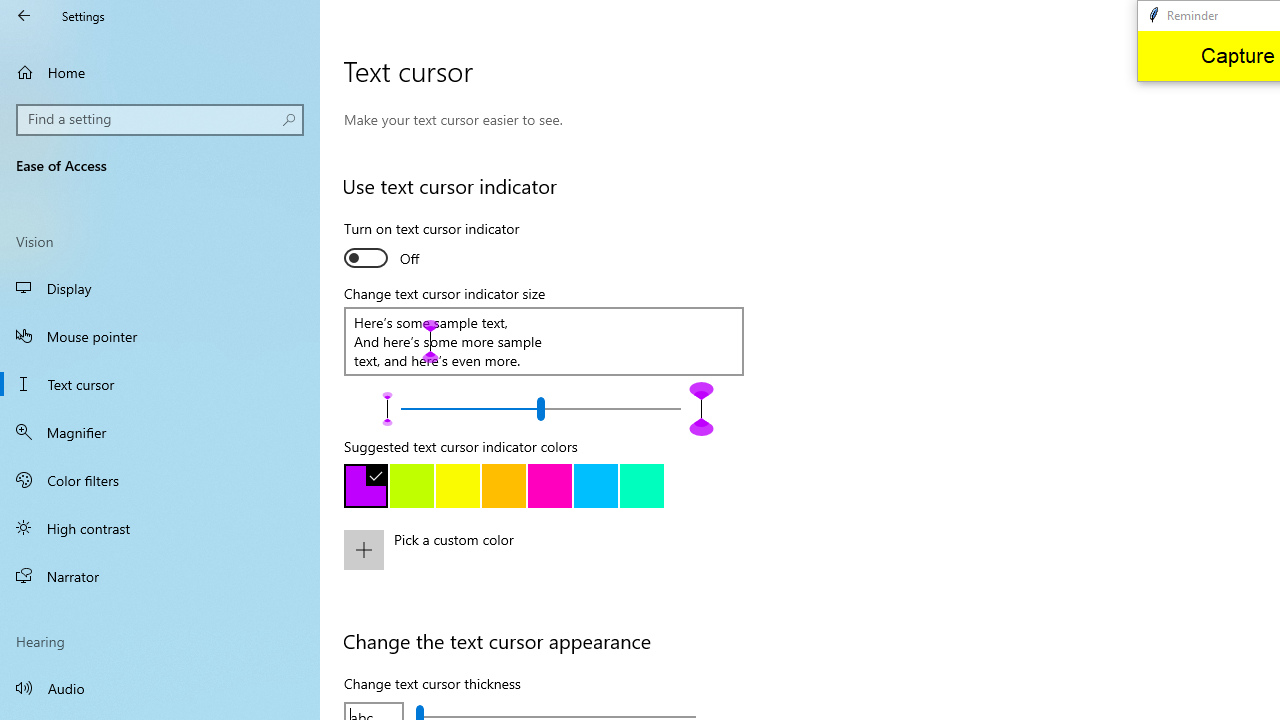  I want to click on 'Home', so click(160, 71).